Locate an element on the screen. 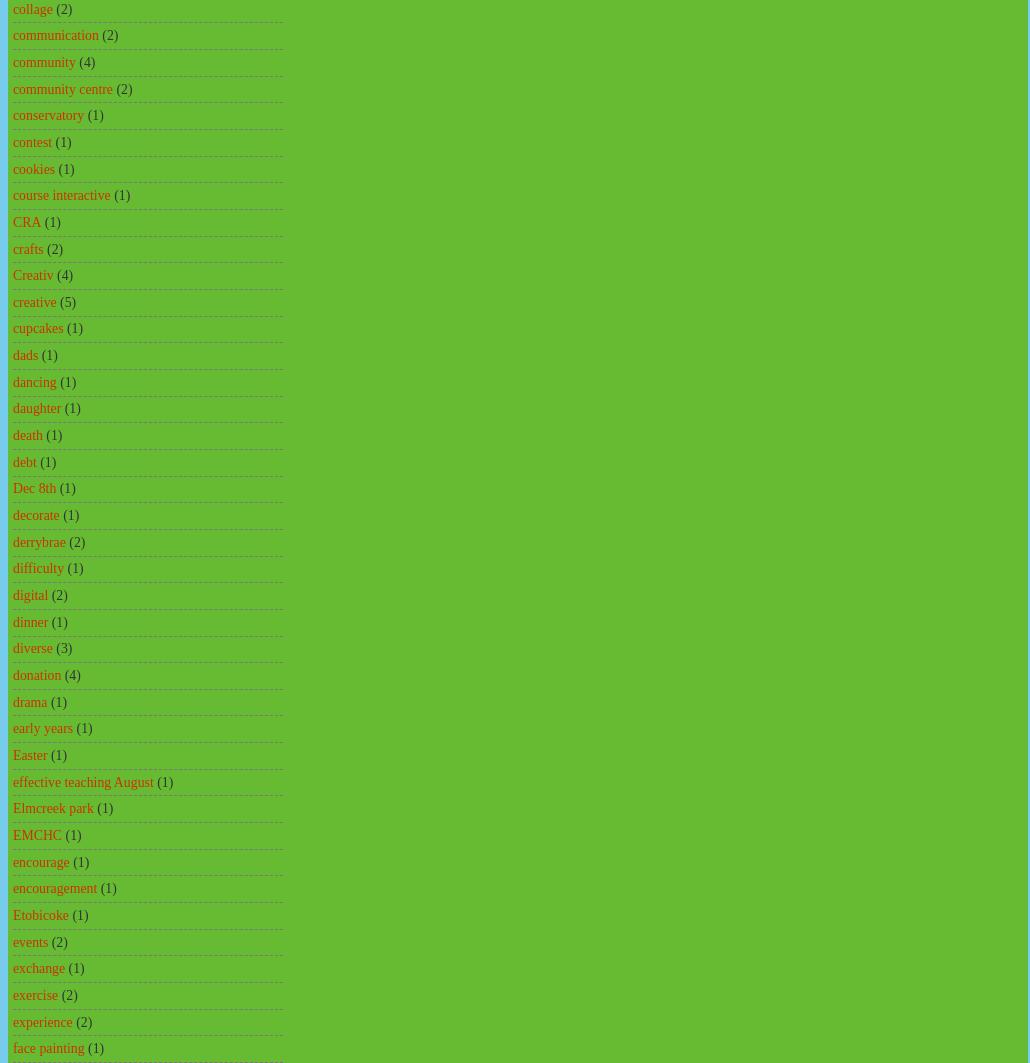 Image resolution: width=1030 pixels, height=1063 pixels. 'face painting' is located at coordinates (48, 1047).